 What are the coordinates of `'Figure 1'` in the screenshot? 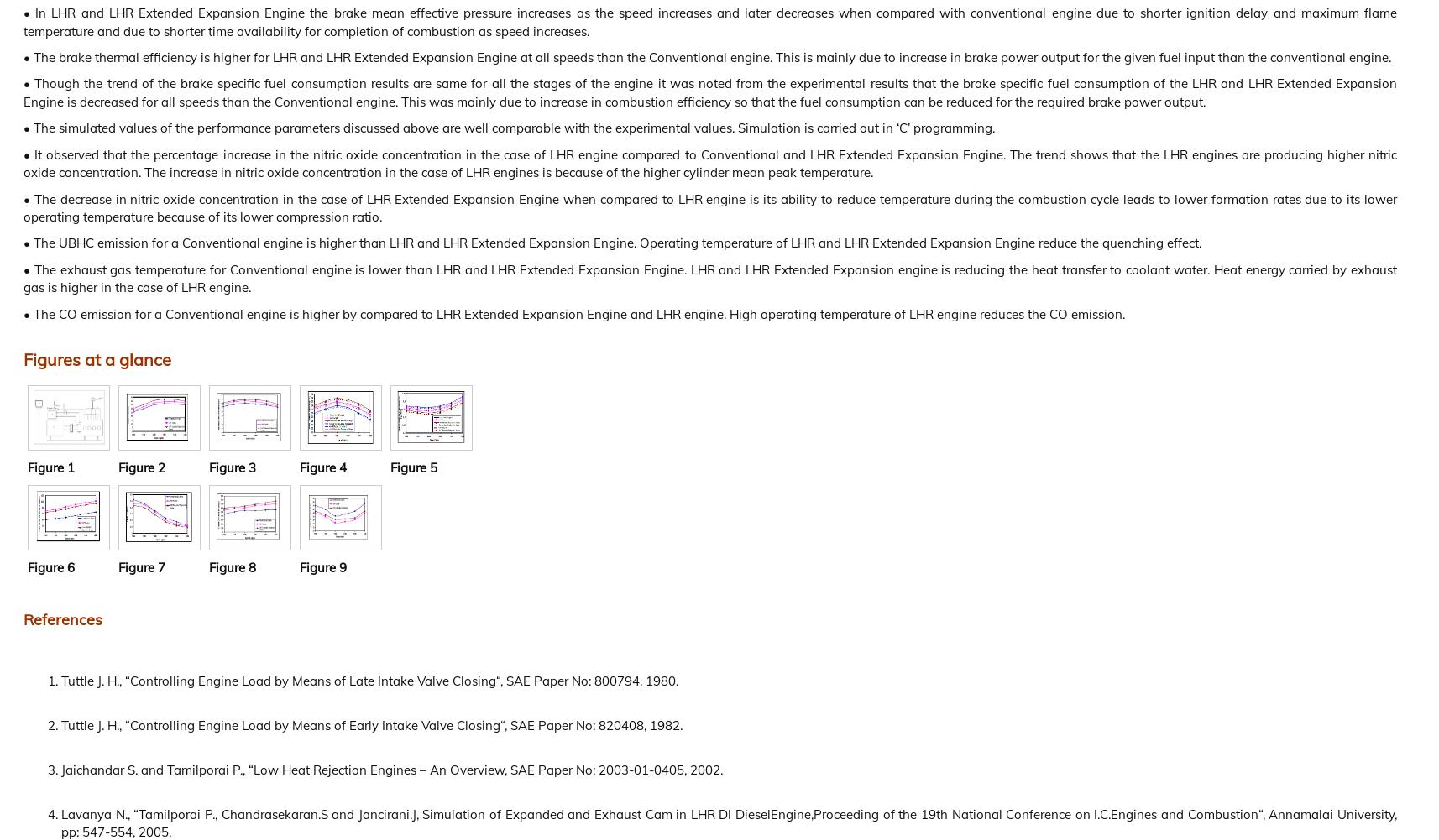 It's located at (50, 466).